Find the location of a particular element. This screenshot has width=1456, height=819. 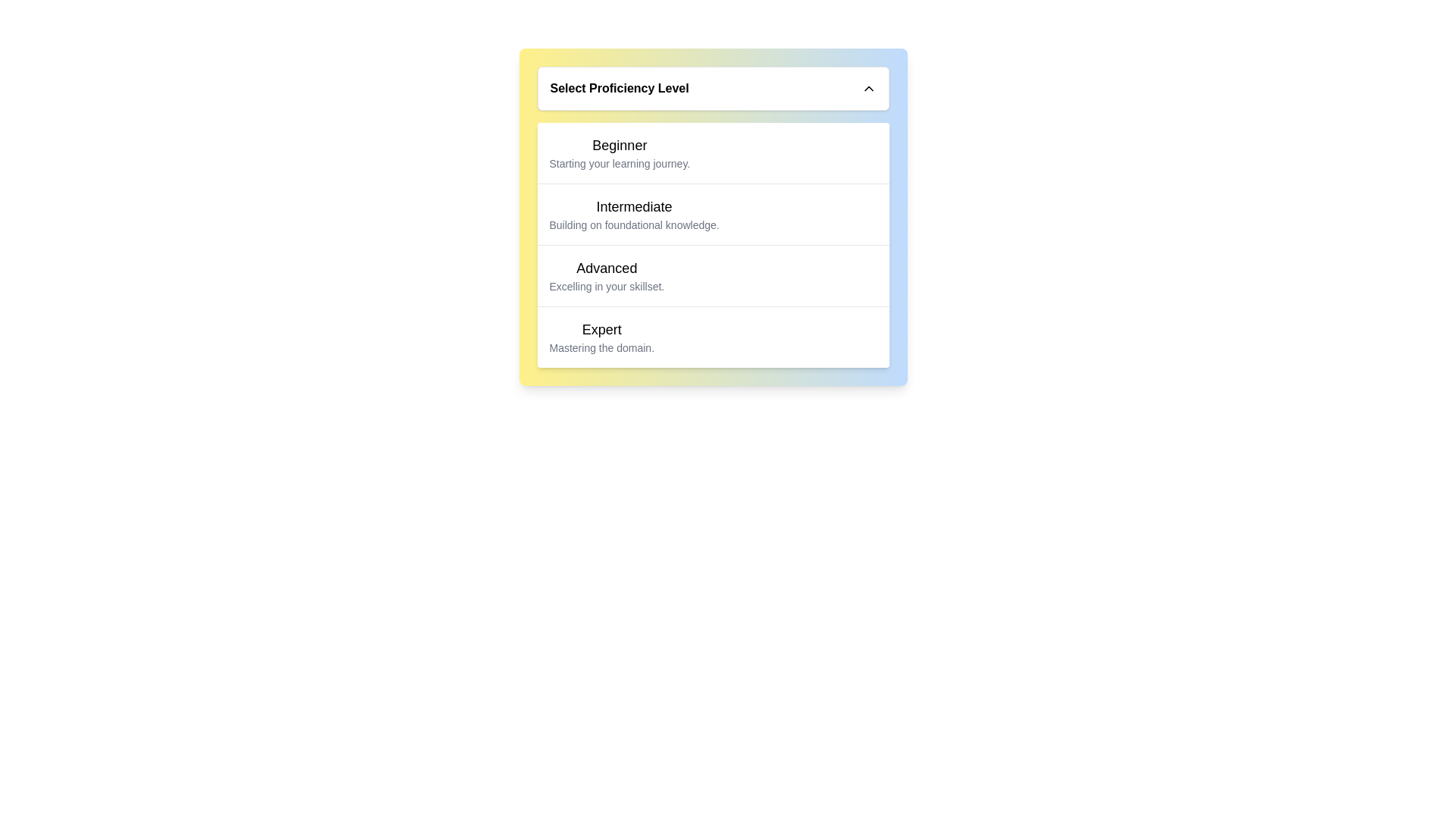

the 'Advanced' menu item in the 'Select Proficiency Level' section is located at coordinates (607, 275).